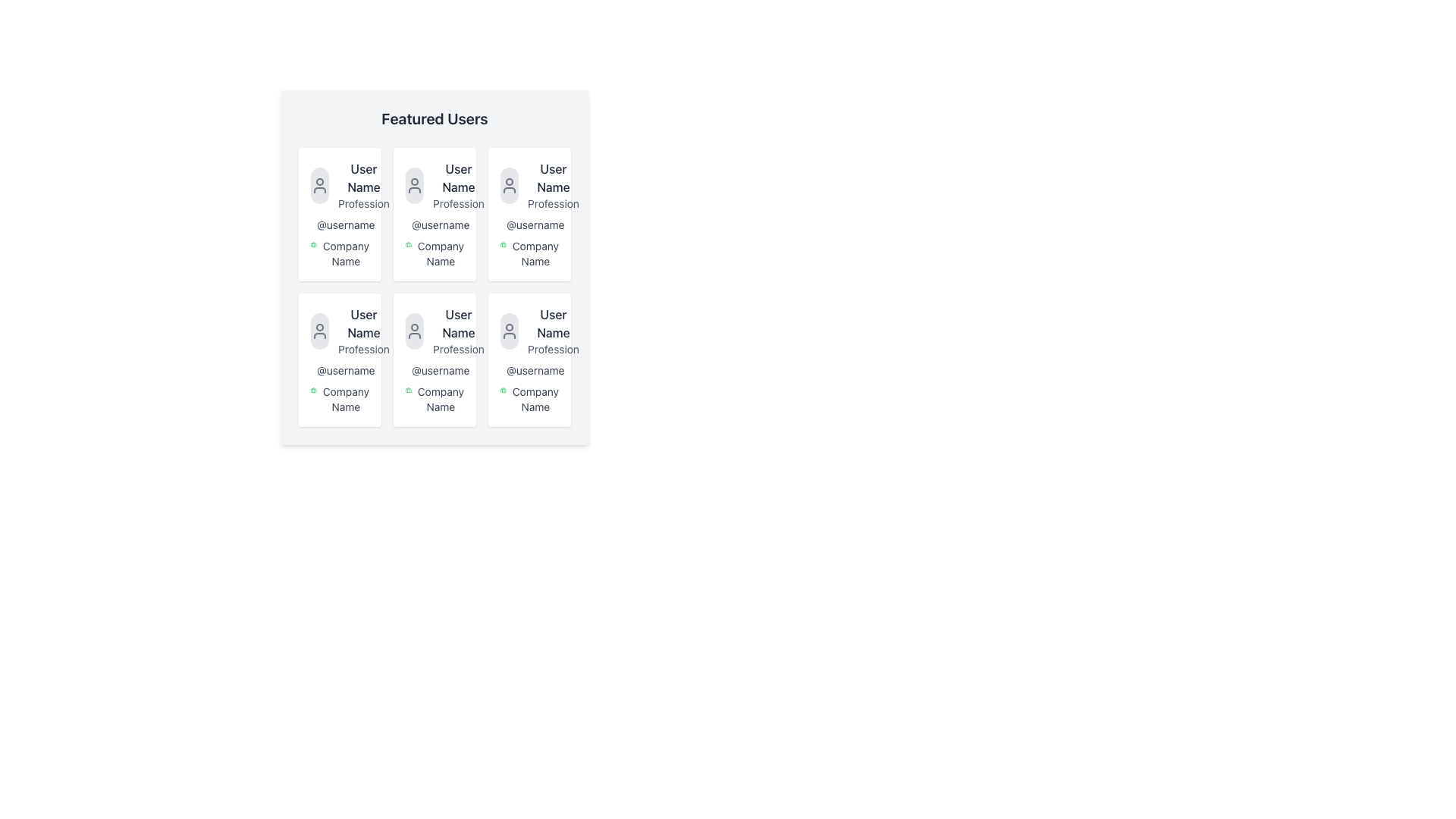 This screenshot has height=819, width=1456. I want to click on the static text label displaying 'User Name' styled in medium font weight and dark gray color, located at the top of the user card under the avatar icon, so click(364, 177).